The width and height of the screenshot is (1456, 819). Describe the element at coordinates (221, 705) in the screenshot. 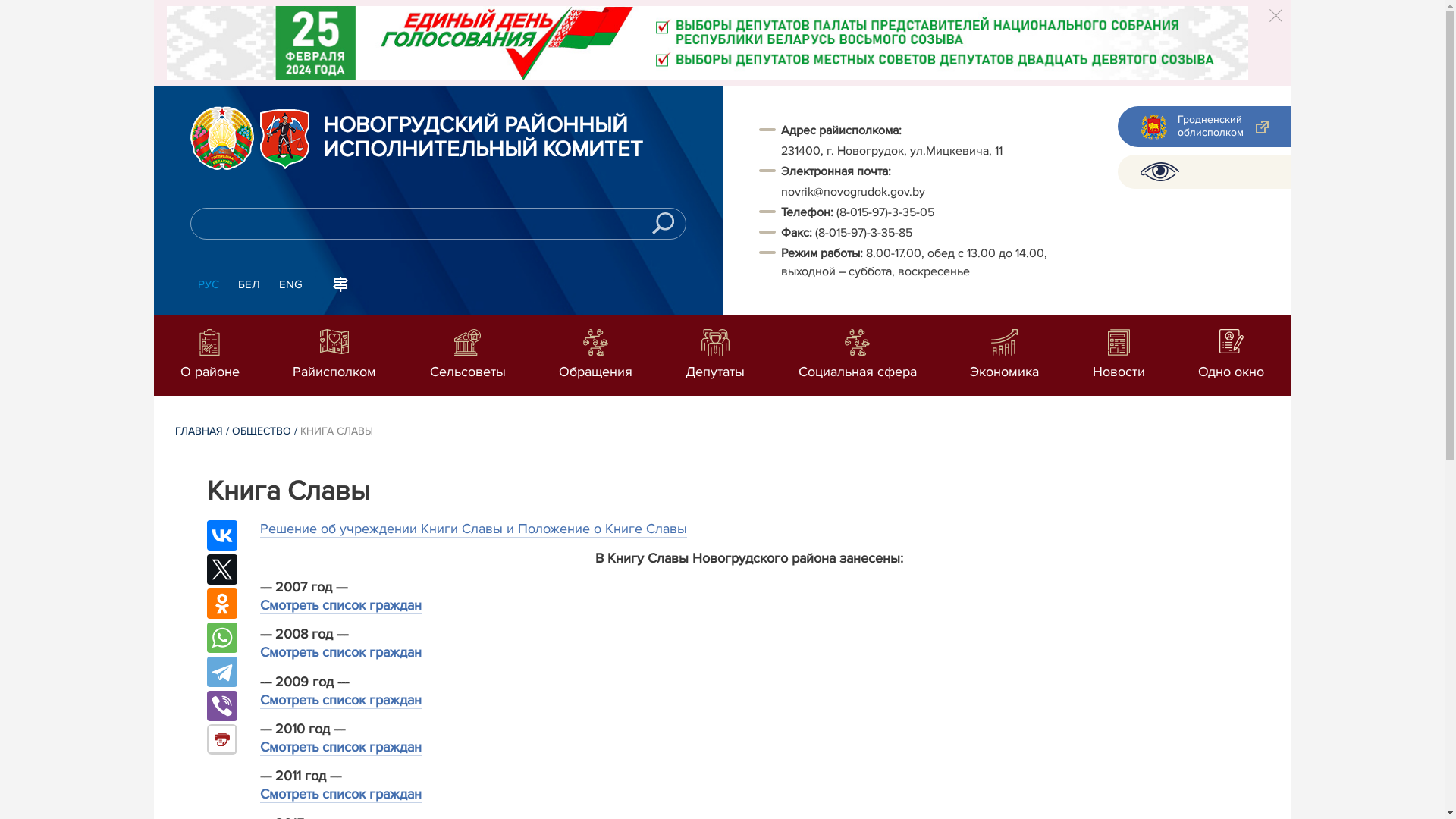

I see `'Viber'` at that location.